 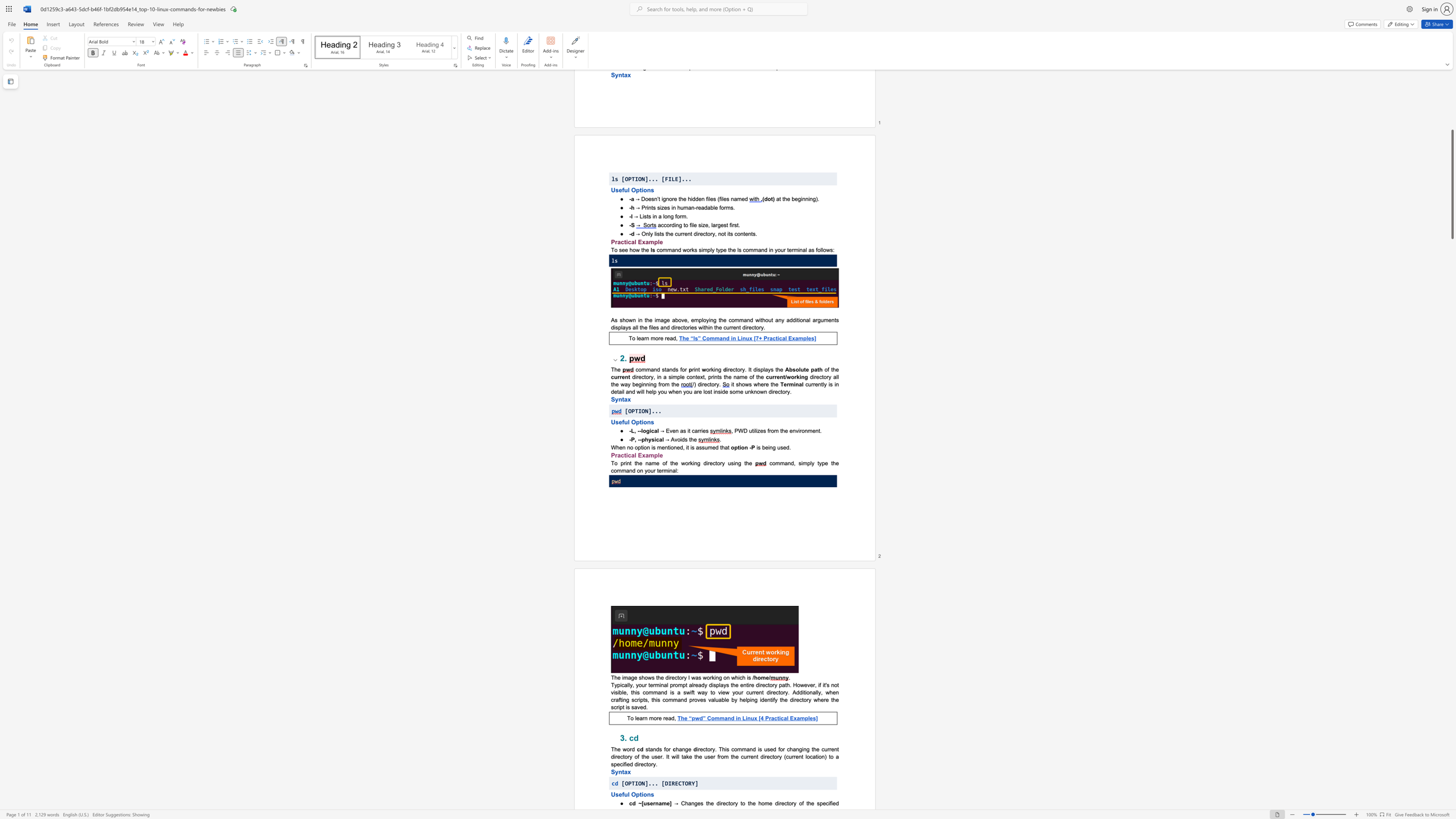 I want to click on the 2th character "s" in the text, so click(x=781, y=447).